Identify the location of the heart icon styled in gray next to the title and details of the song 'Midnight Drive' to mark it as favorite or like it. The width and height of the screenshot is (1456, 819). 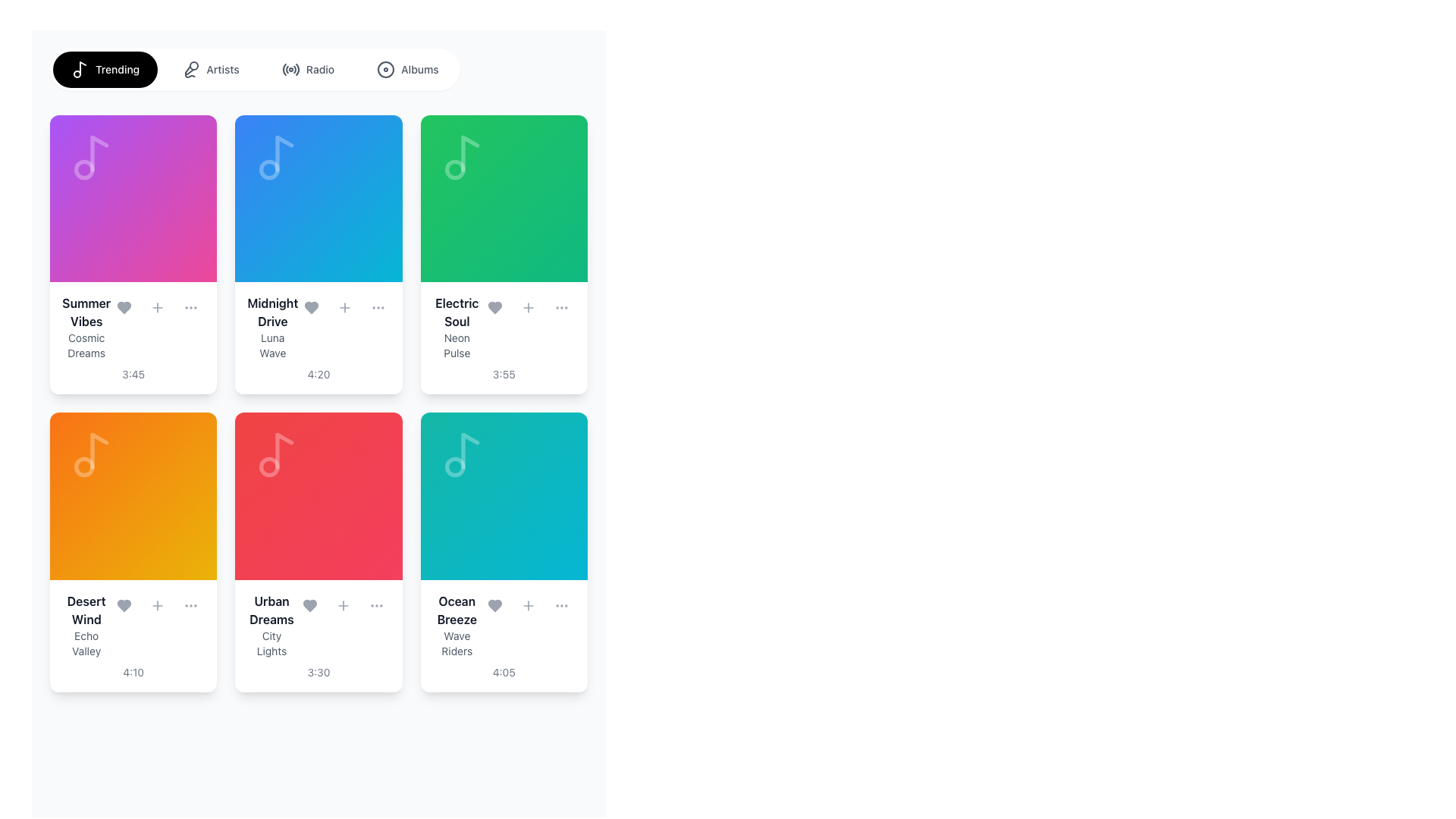
(311, 307).